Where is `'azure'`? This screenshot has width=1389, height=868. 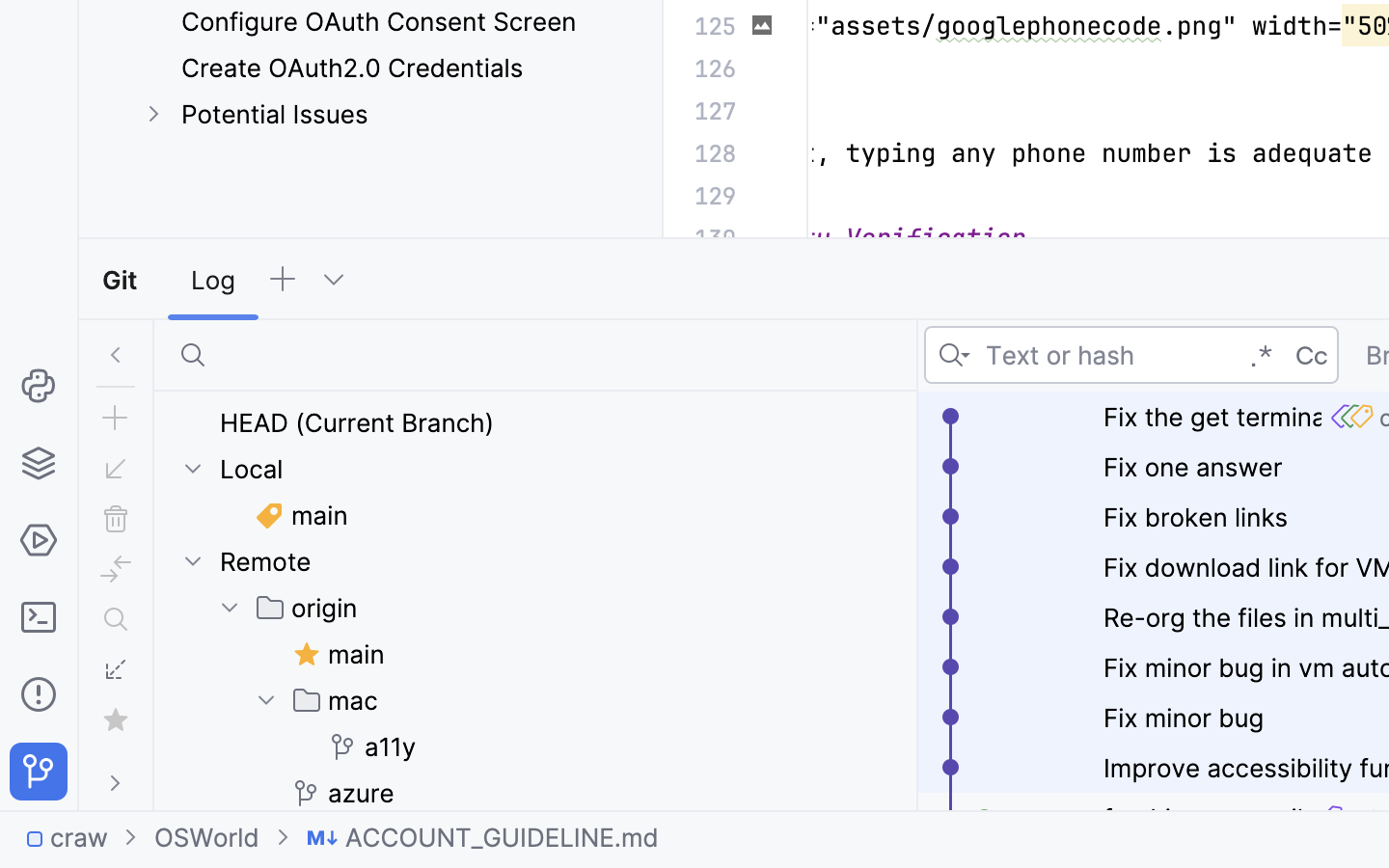
'azure' is located at coordinates (343, 792).